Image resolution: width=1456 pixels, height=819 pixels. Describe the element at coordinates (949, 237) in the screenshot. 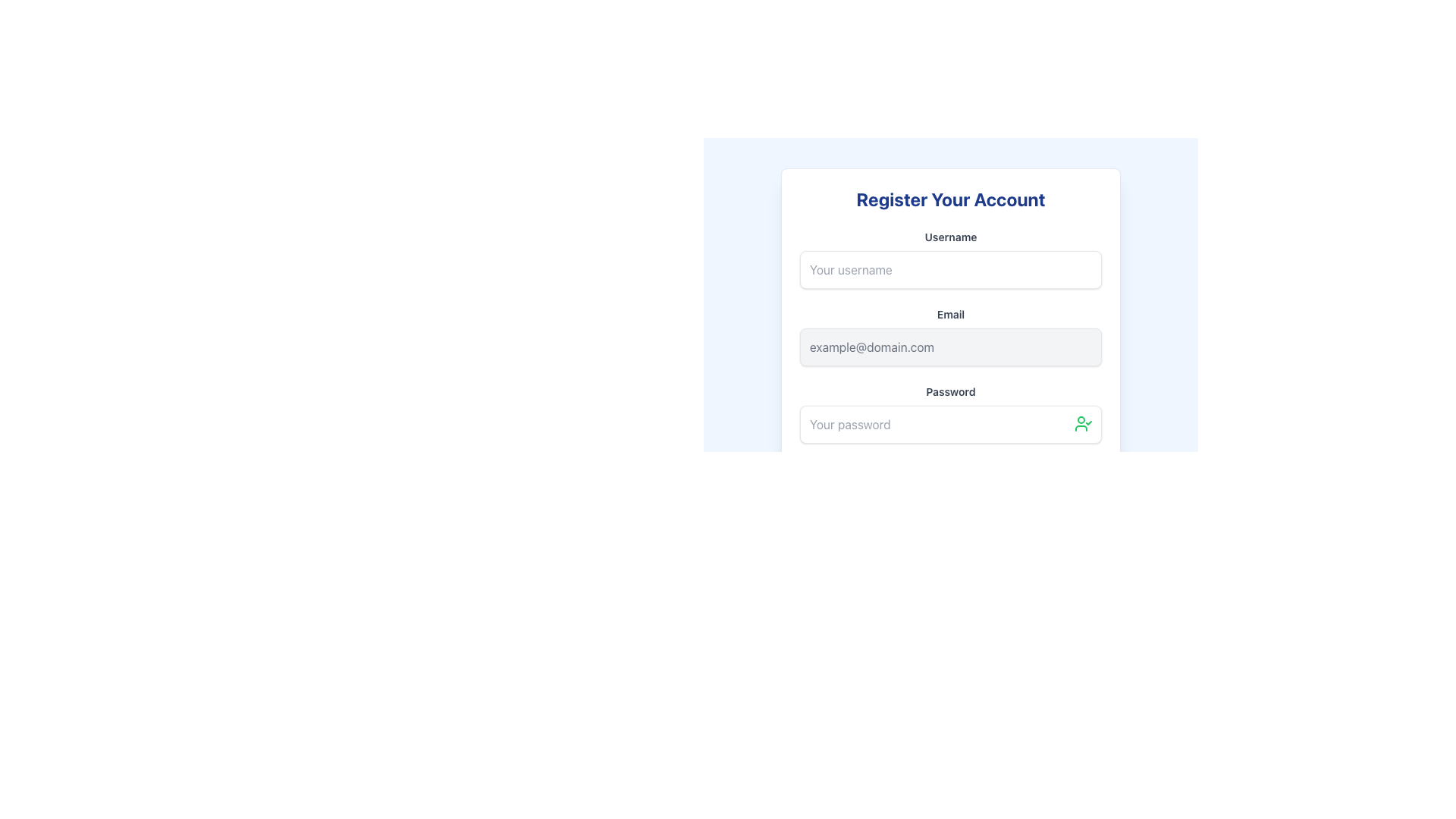

I see `the text label displaying 'Username' in a bold font, which is located above the text input field with placeholder 'Your username'` at that location.